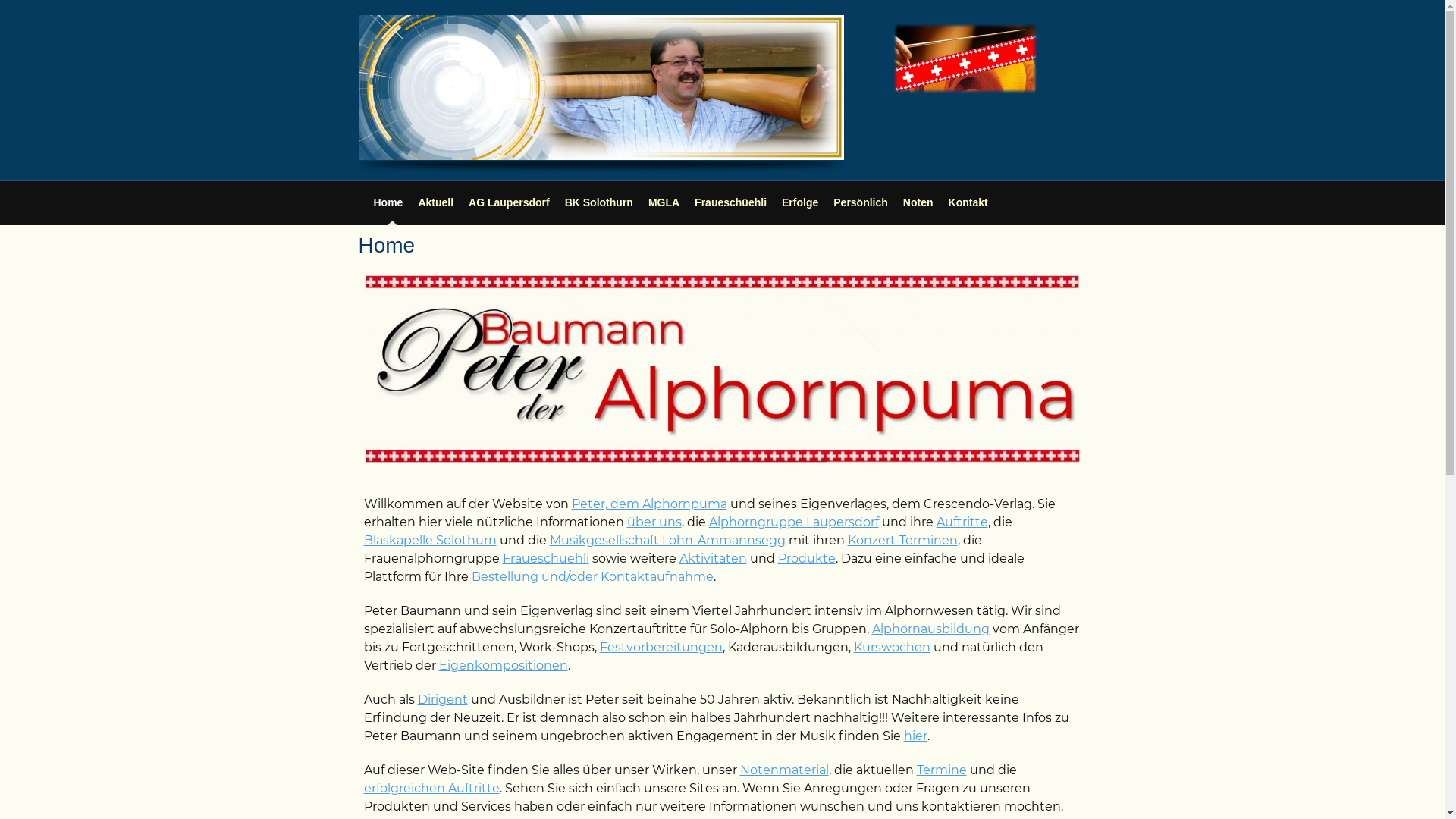 The height and width of the screenshot is (819, 1456). I want to click on 'Dirigent', so click(417, 699).